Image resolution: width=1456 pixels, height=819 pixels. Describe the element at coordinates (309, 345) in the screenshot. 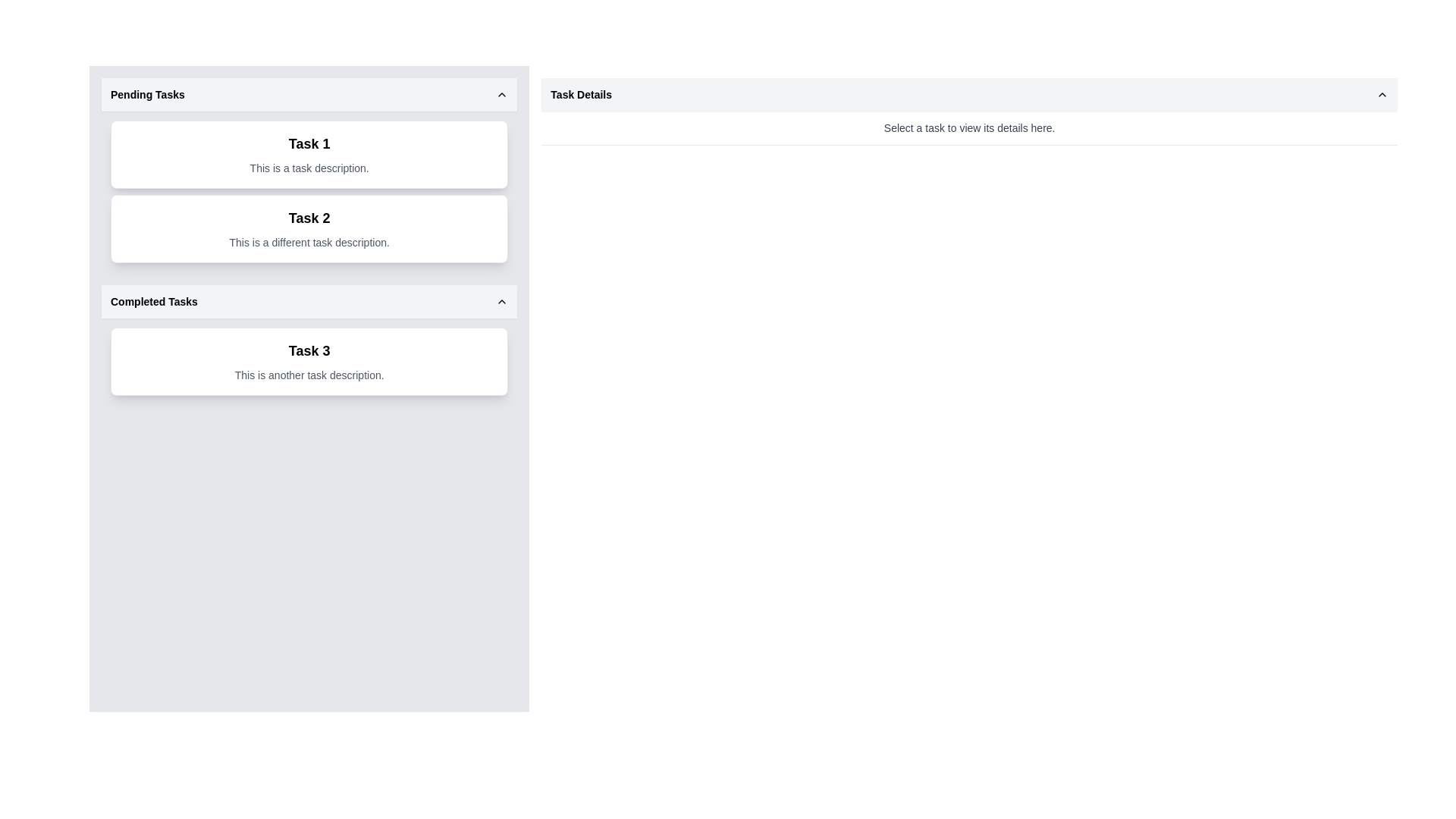

I see `the card component labeled 'Task 3' in the 'Completed Tasks' section` at that location.